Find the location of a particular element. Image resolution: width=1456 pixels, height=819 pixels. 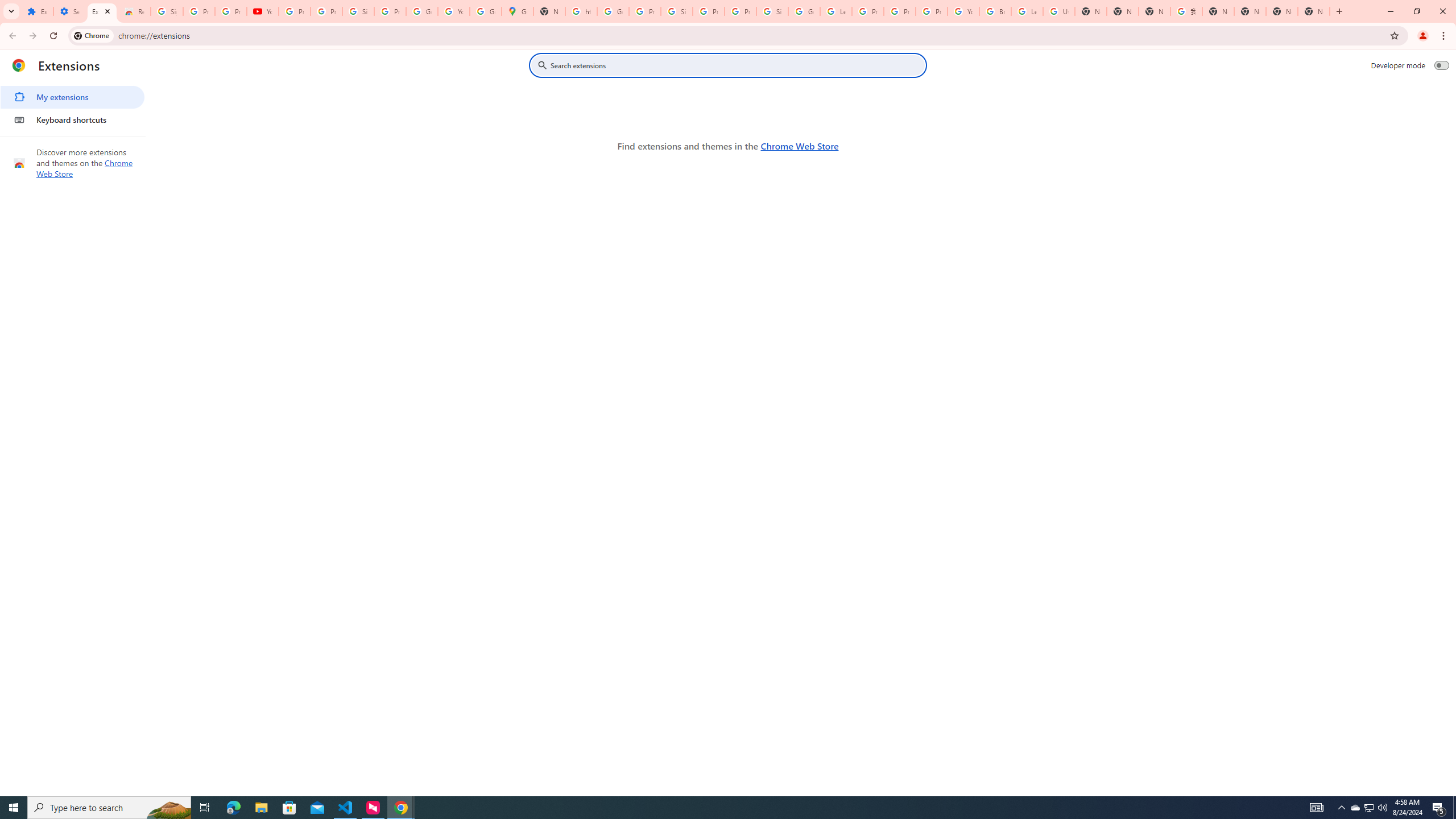

'Privacy Help Center - Policies Help' is located at coordinates (899, 11).